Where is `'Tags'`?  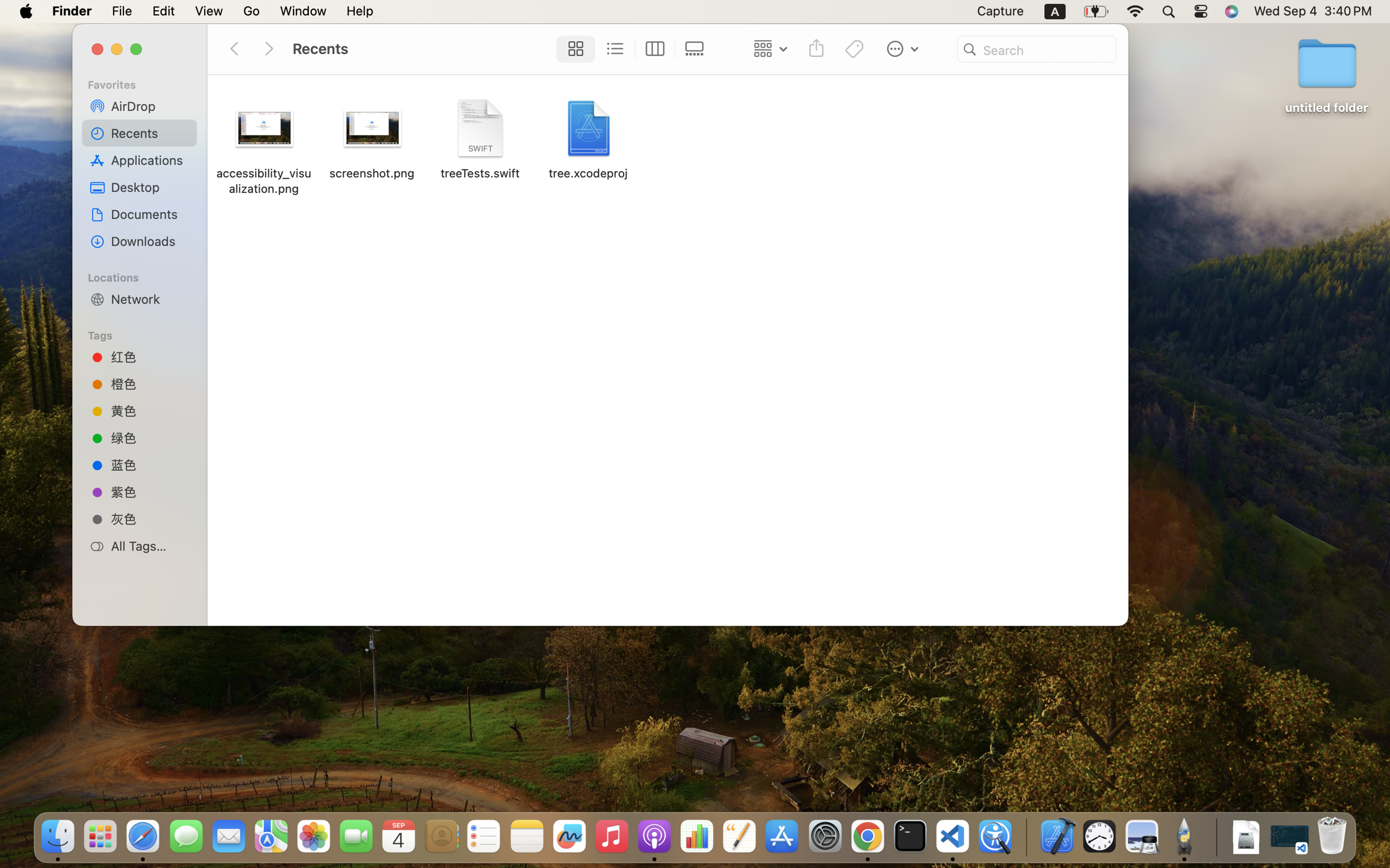 'Tags' is located at coordinates (144, 333).